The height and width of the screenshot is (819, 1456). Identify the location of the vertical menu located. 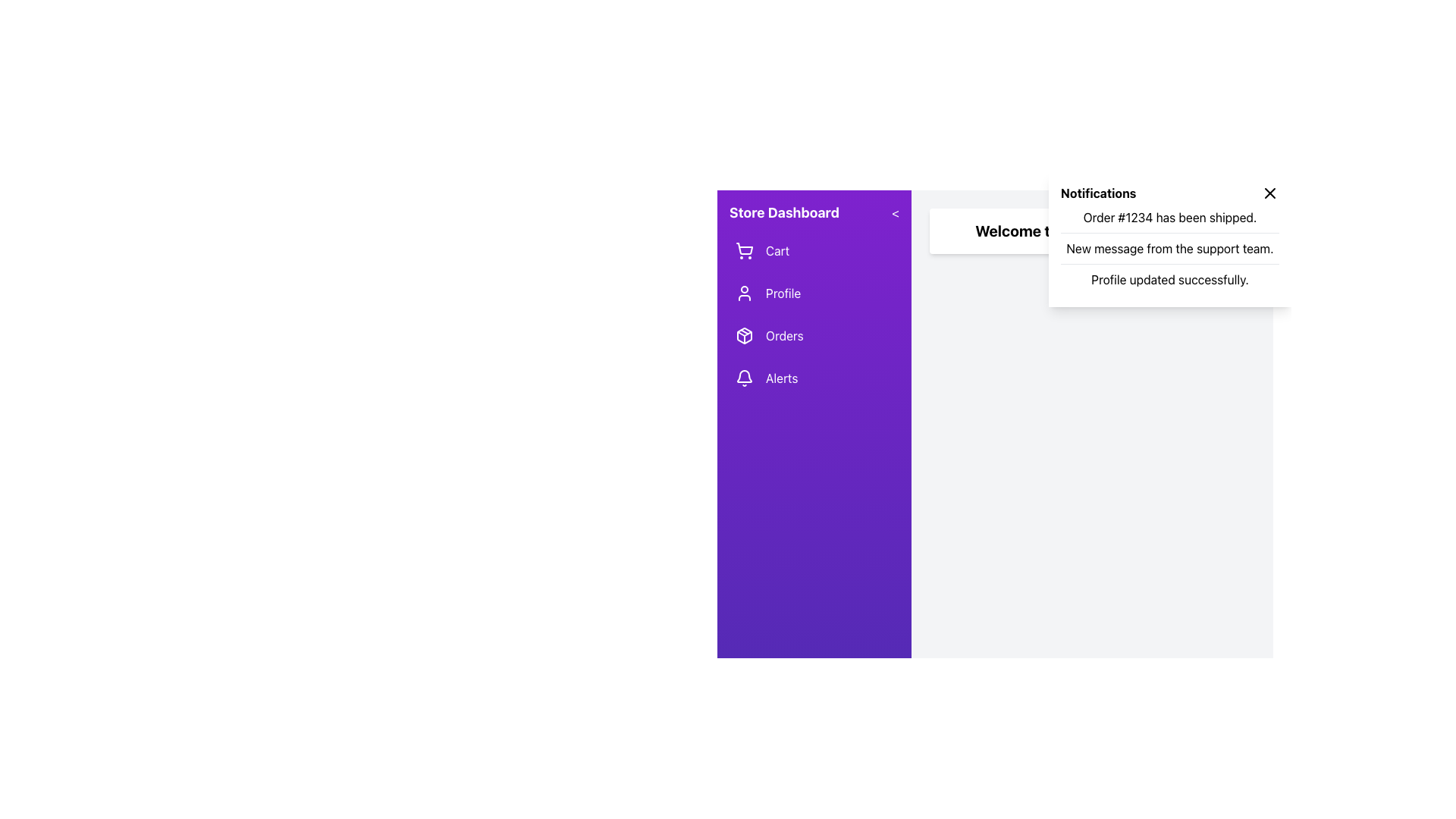
(814, 314).